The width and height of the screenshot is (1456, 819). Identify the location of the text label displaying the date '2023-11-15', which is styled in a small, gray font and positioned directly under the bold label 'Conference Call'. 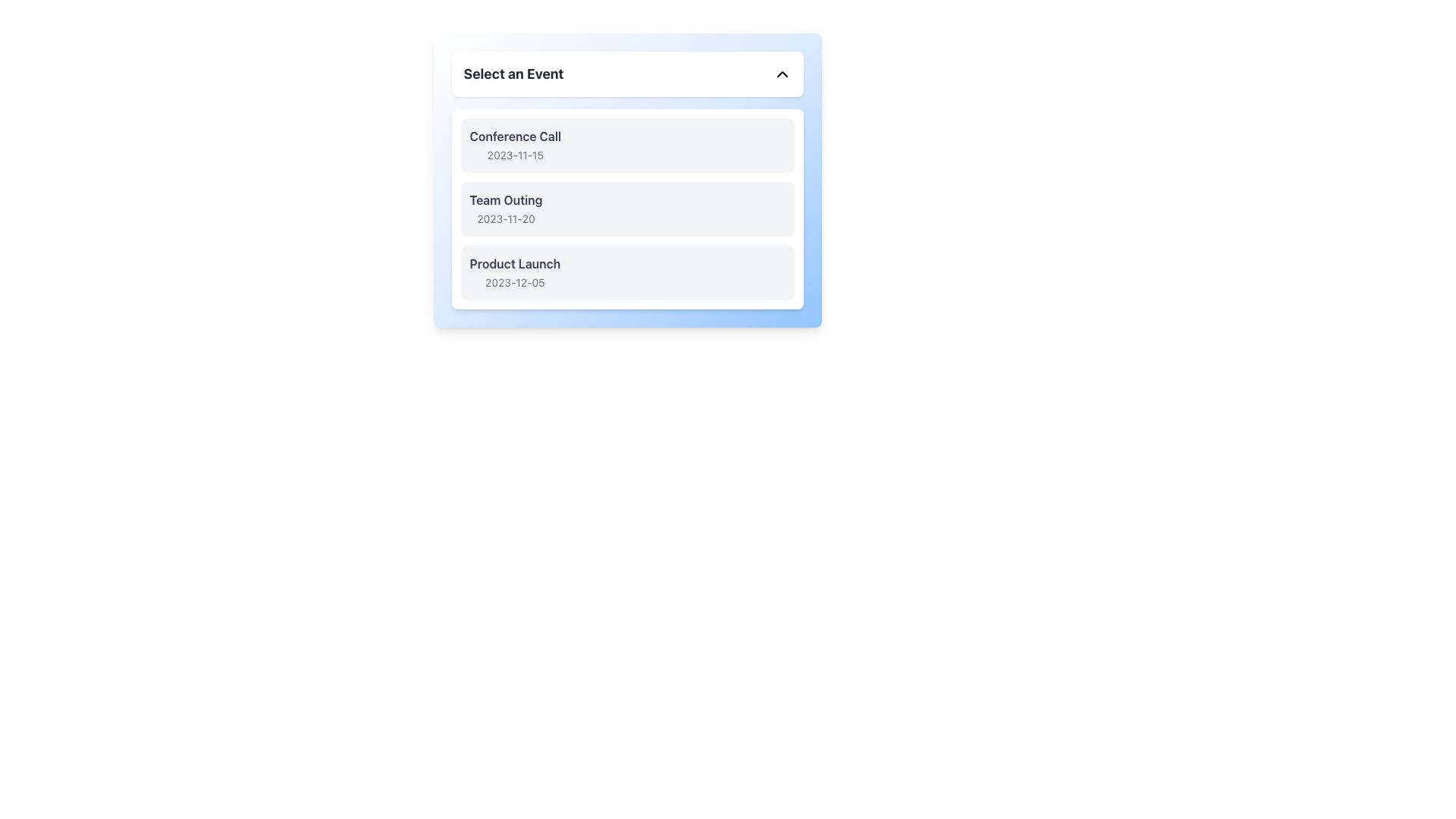
(515, 155).